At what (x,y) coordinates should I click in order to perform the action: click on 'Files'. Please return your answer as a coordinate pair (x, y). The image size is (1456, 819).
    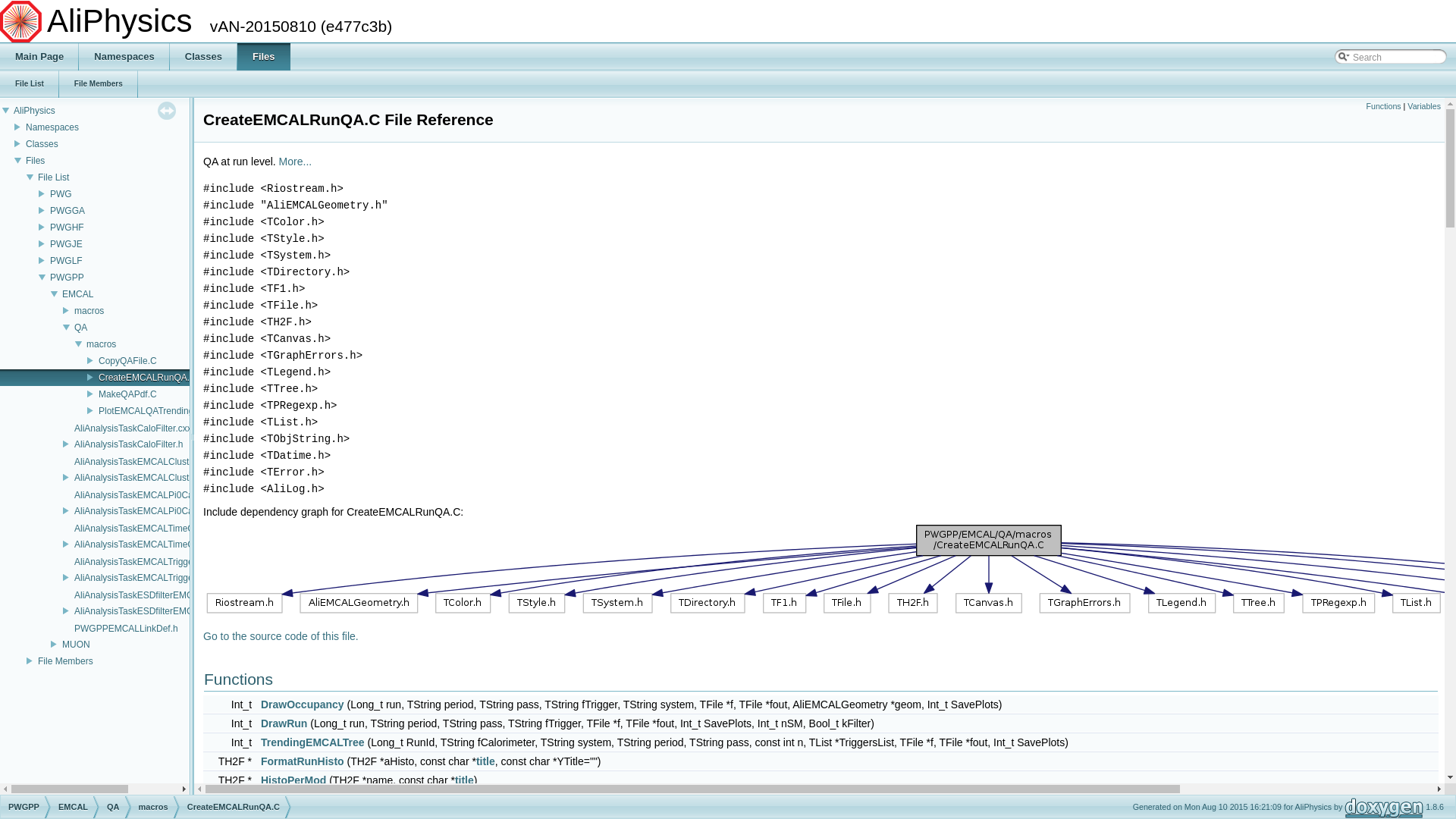
    Looking at the image, I should click on (236, 55).